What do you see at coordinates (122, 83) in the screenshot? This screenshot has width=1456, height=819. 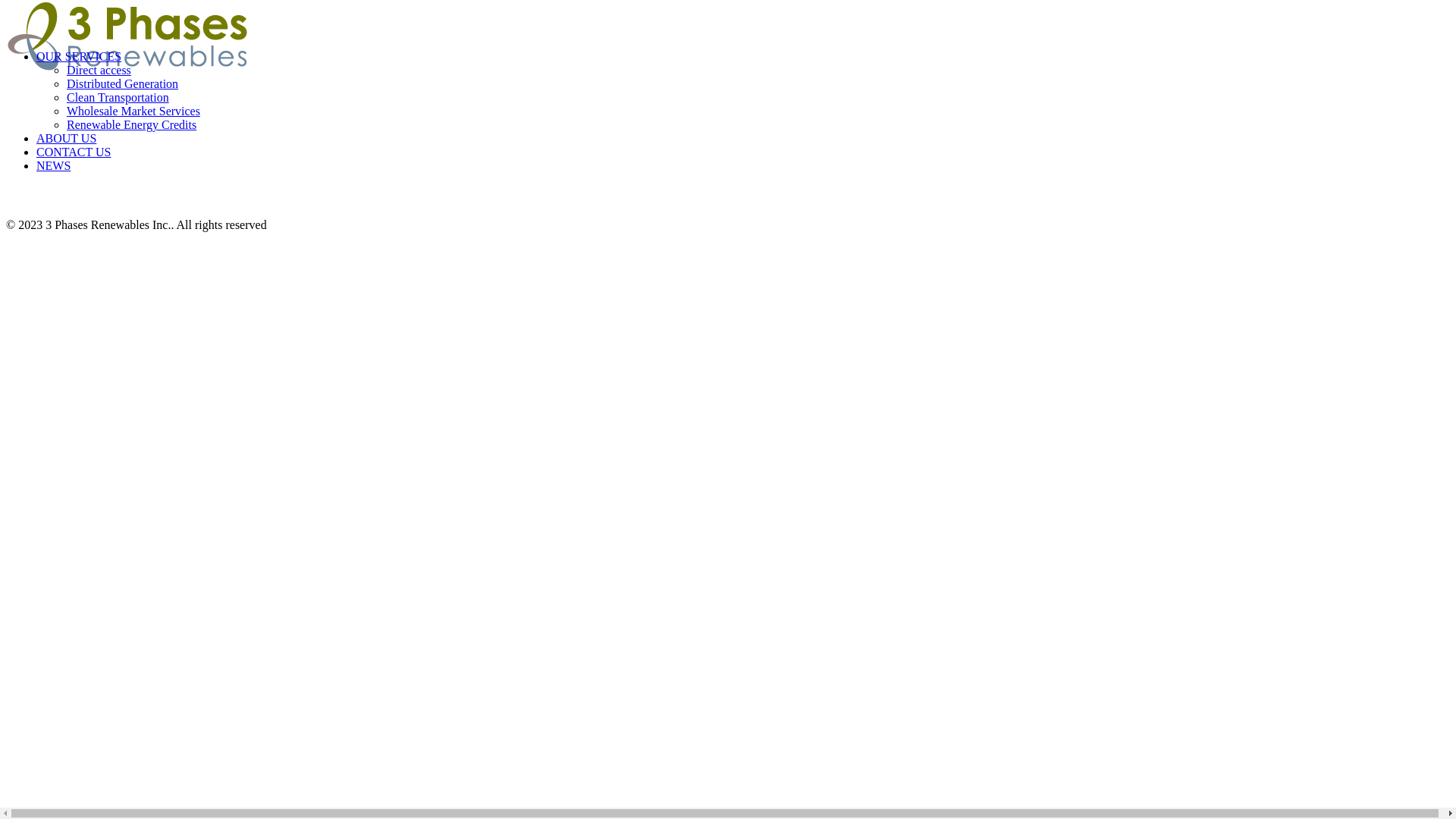 I see `'Distributed Generation'` at bounding box center [122, 83].